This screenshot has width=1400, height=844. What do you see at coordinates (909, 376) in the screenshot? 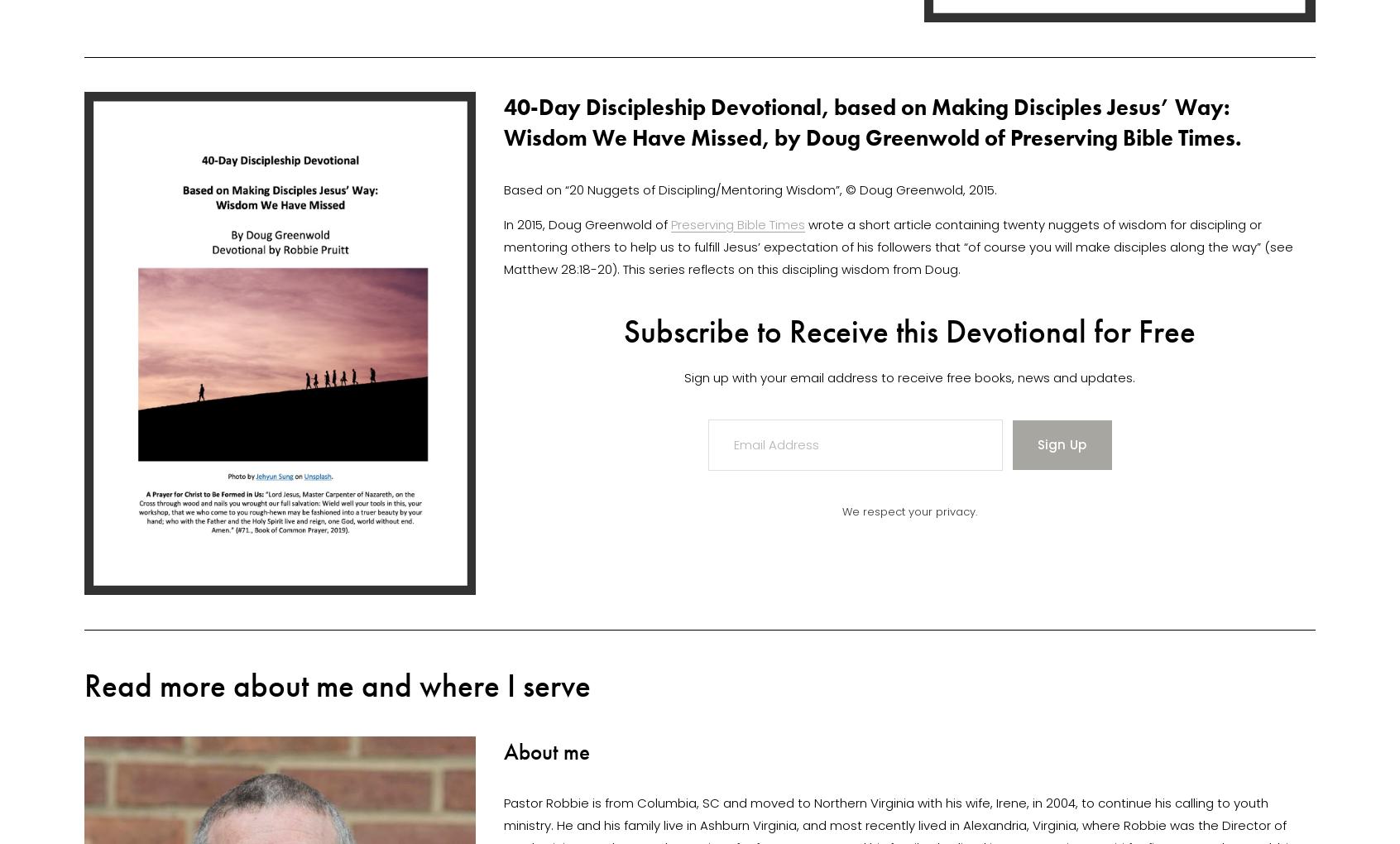
I see `'Sign up with your email address to receive free books, news and updates.'` at bounding box center [909, 376].